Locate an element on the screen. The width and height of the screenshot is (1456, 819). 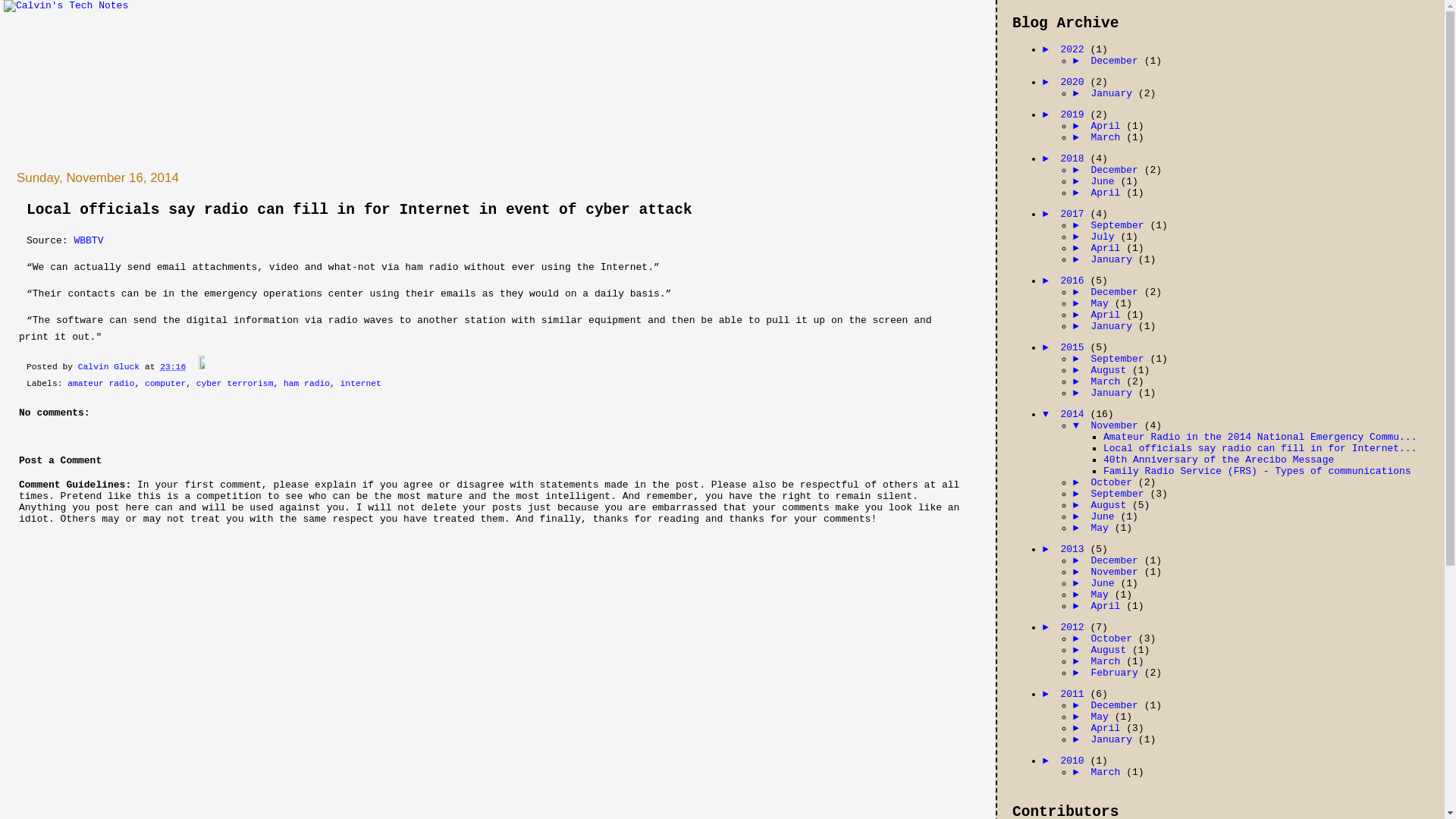
'2015' is located at coordinates (1074, 347).